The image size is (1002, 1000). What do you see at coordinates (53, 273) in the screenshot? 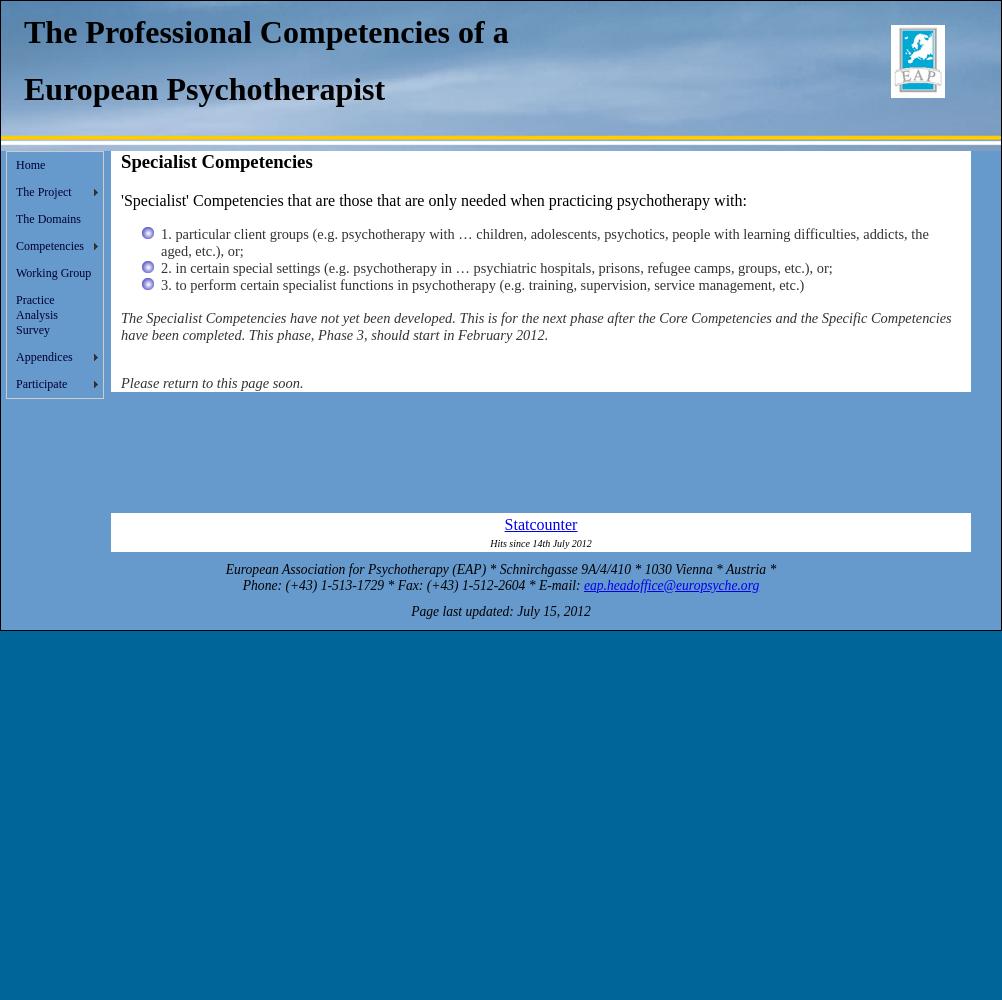
I see `'Working Group'` at bounding box center [53, 273].